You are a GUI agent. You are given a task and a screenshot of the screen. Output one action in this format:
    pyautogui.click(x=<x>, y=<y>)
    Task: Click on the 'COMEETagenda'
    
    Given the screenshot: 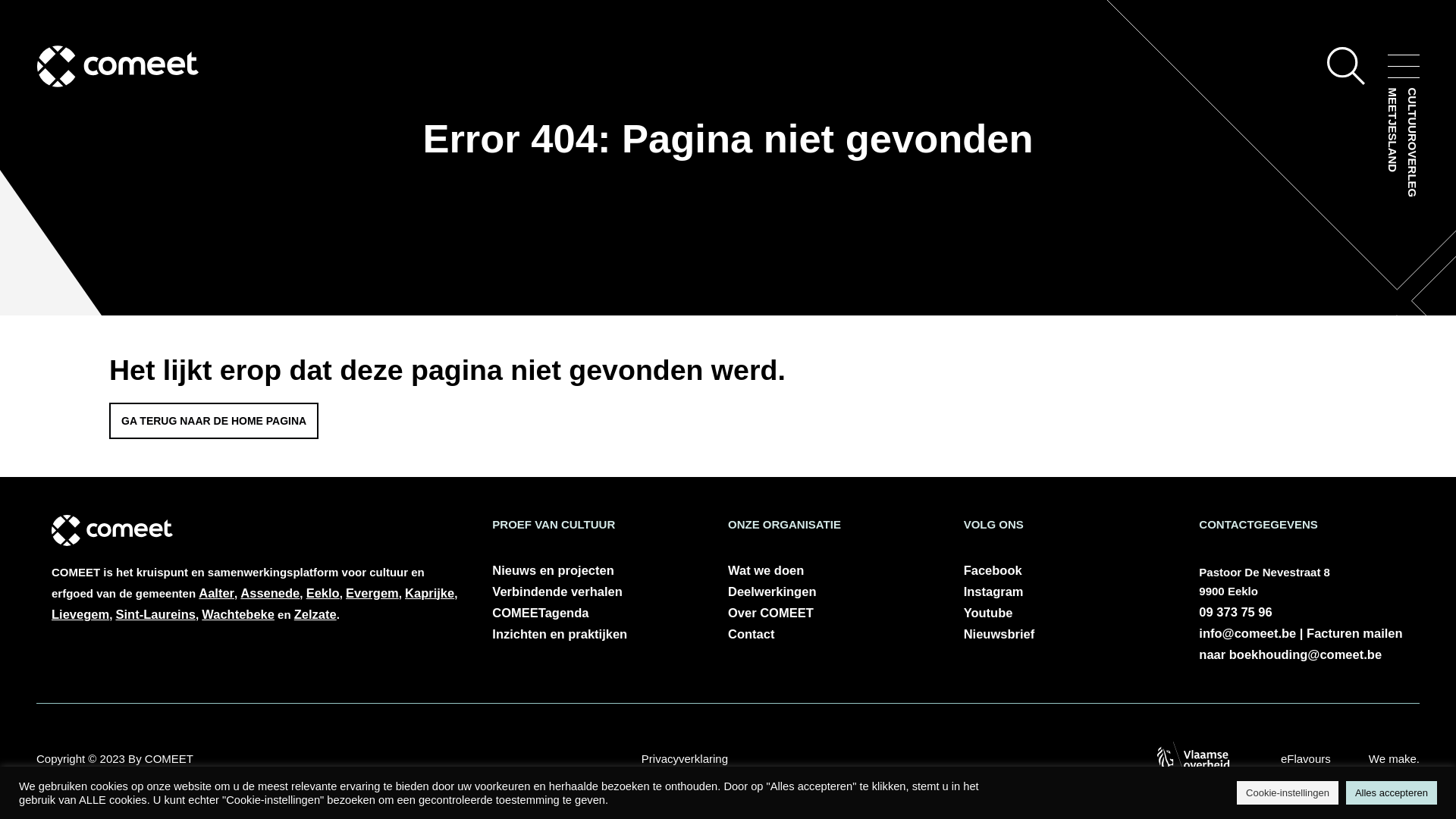 What is the action you would take?
    pyautogui.click(x=491, y=611)
    